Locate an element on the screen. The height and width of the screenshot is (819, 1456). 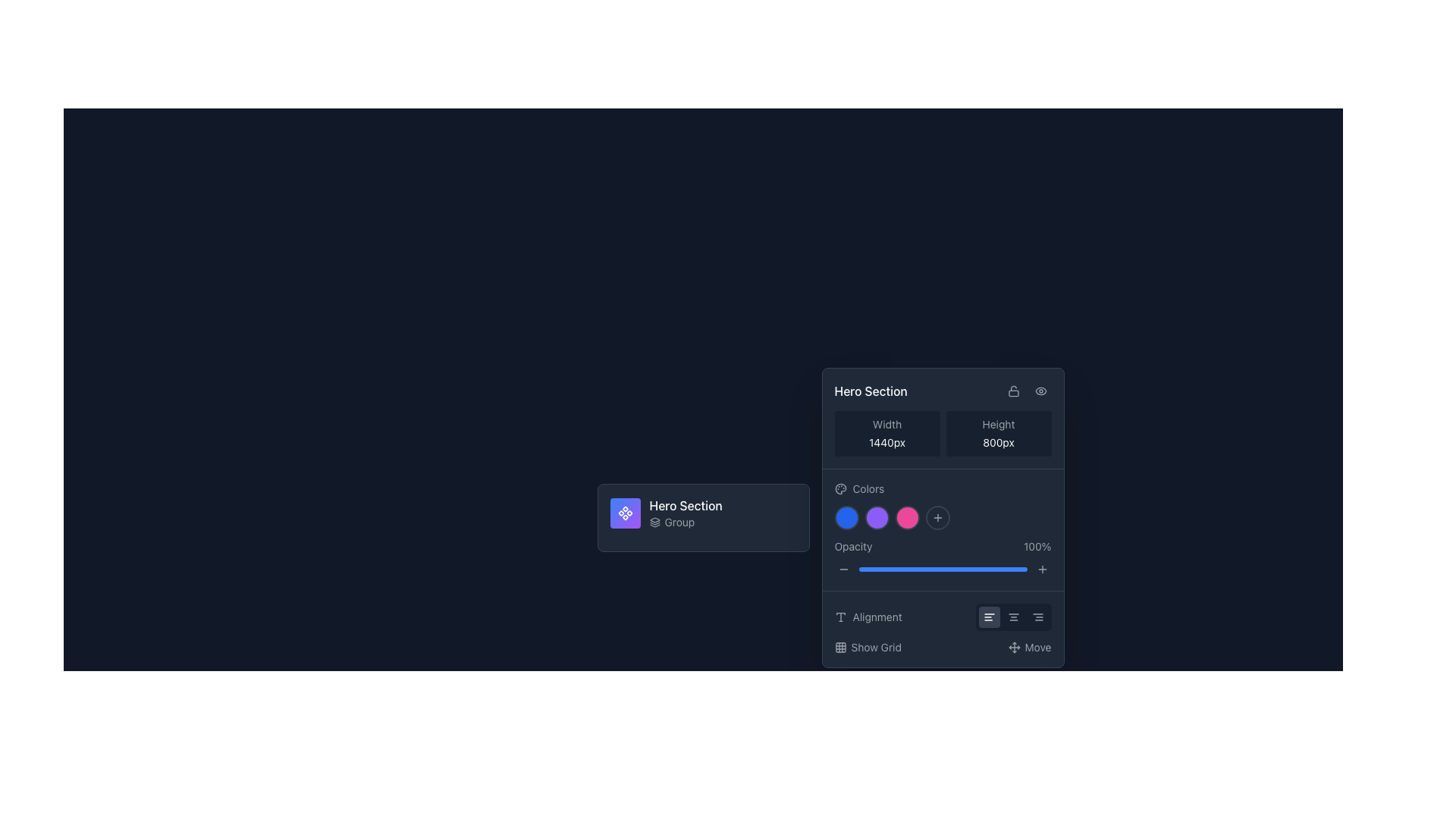
the Decorative SVG rectangle with rounded corners located in the center of a 3x3 grid layout is located at coordinates (839, 647).